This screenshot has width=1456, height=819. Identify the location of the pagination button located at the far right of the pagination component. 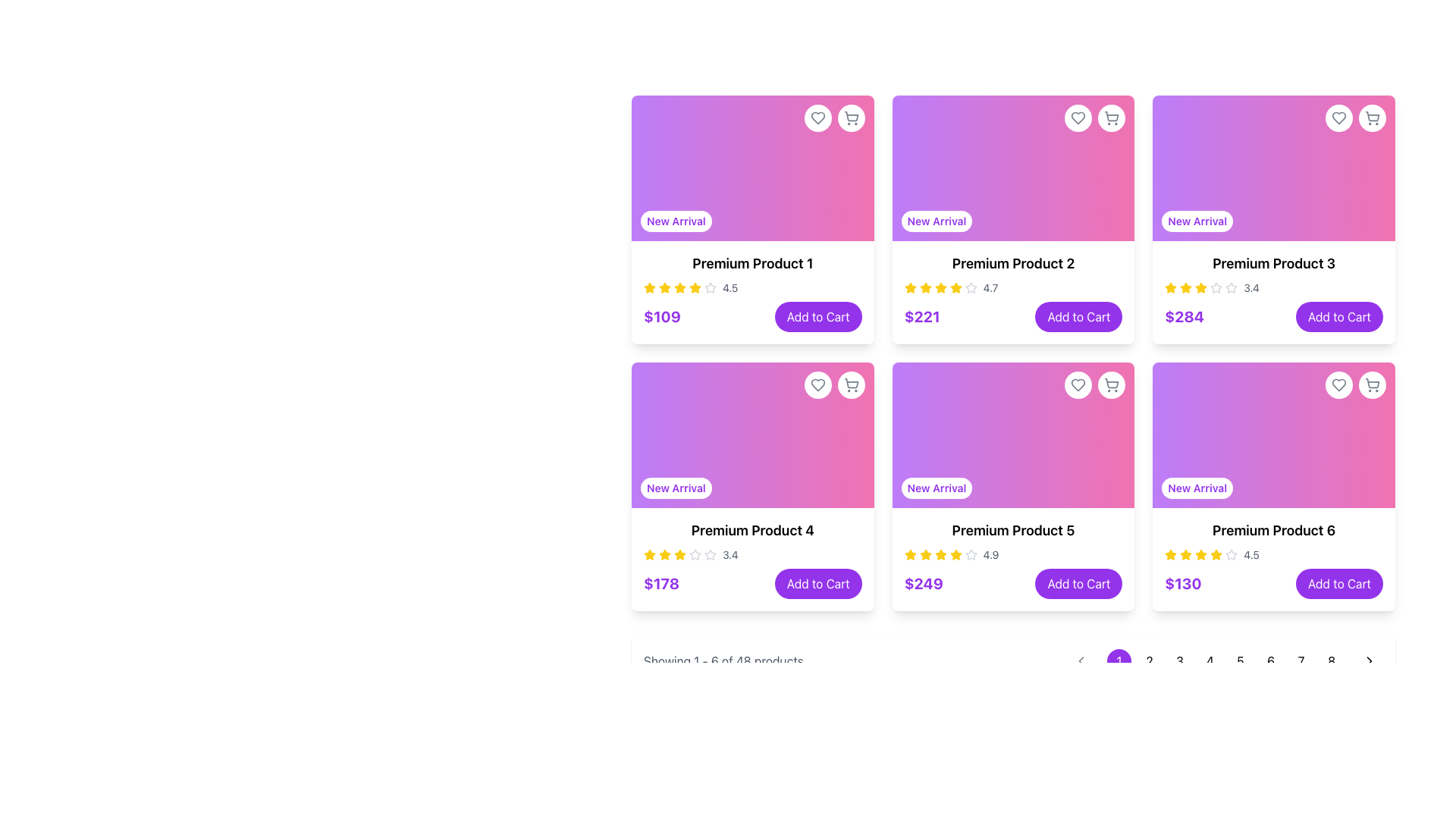
(1369, 660).